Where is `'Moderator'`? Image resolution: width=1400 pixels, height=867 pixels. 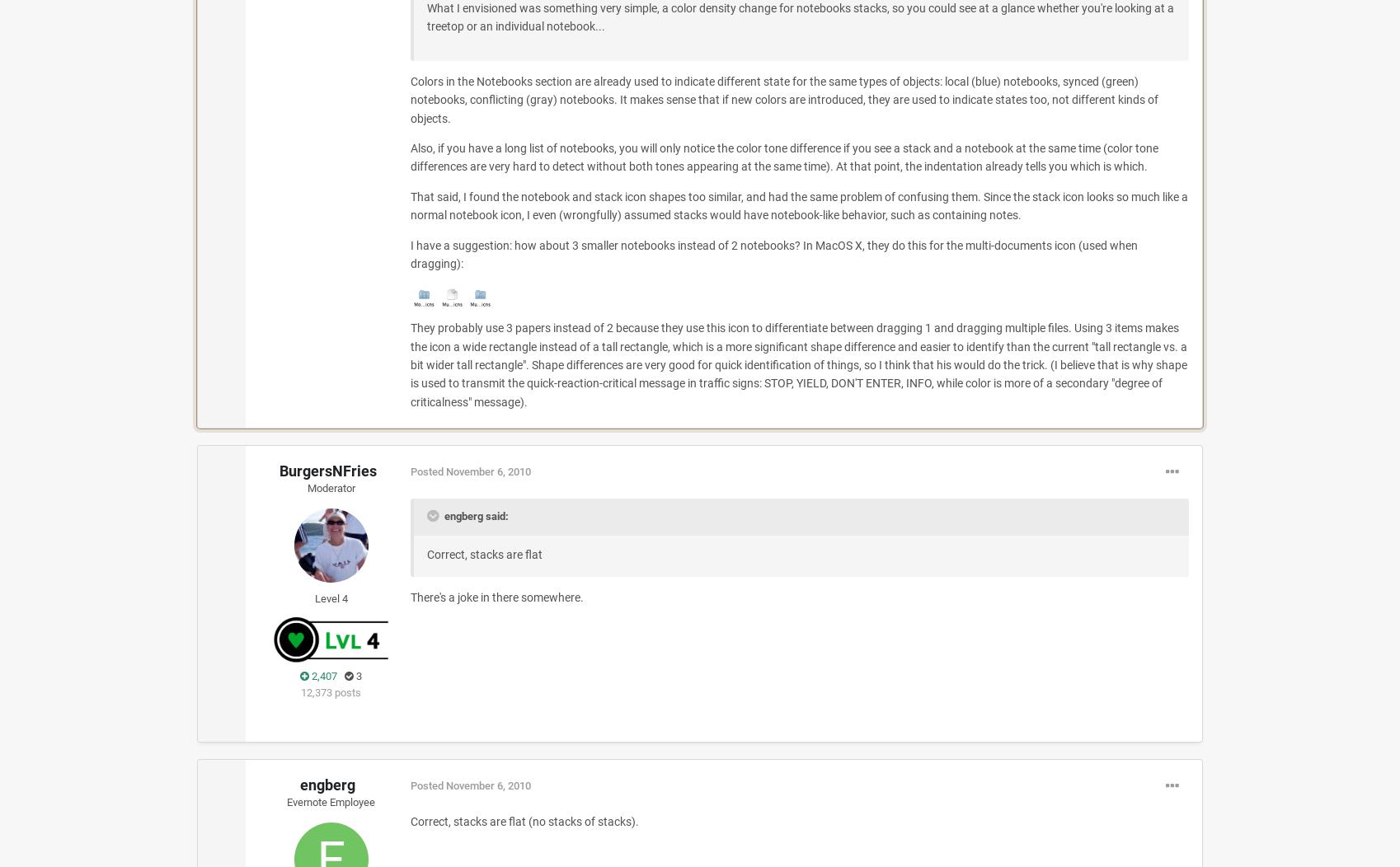 'Moderator' is located at coordinates (331, 487).